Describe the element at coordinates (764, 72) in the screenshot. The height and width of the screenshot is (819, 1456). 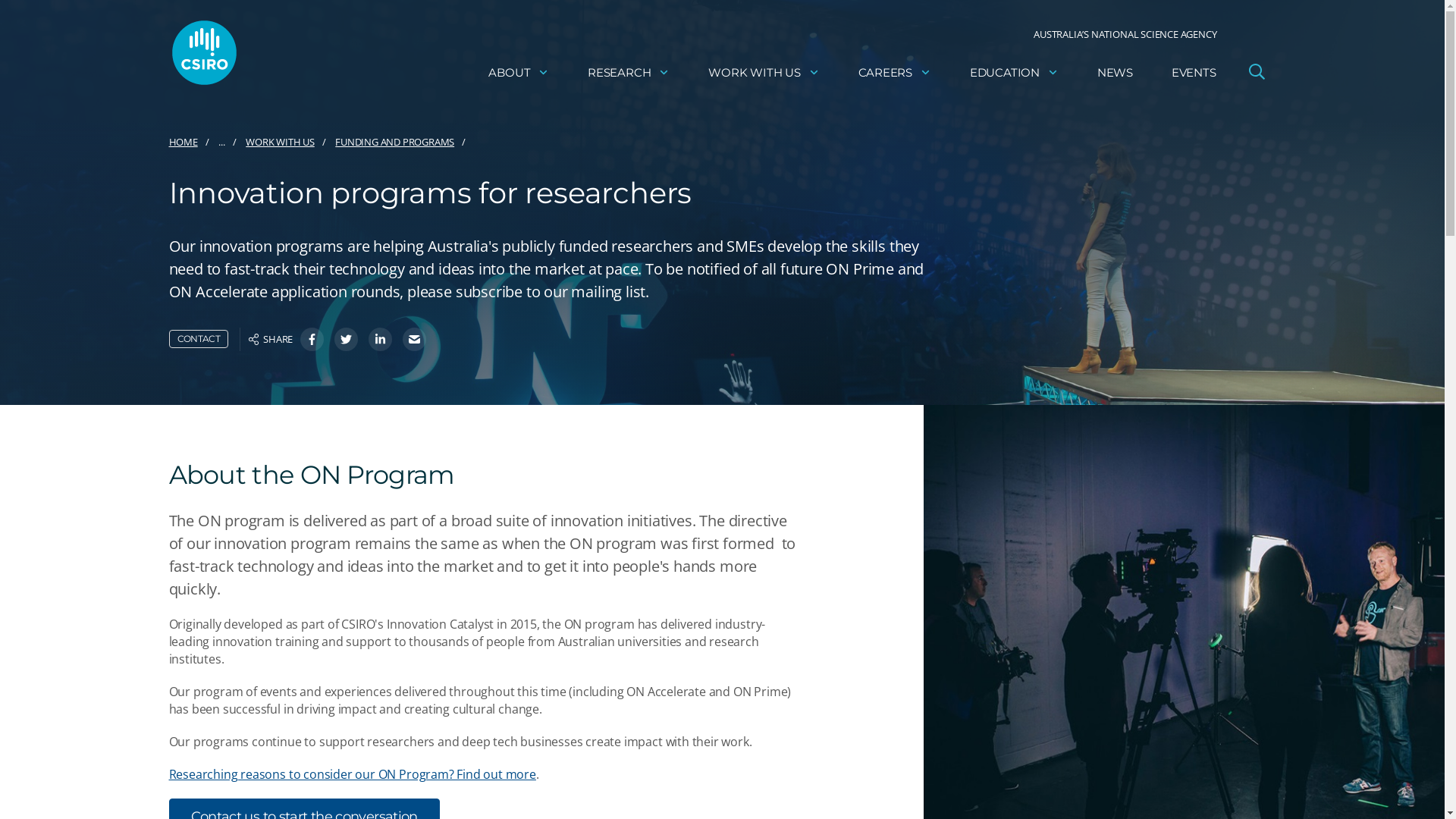
I see `'WORK WITH US'` at that location.